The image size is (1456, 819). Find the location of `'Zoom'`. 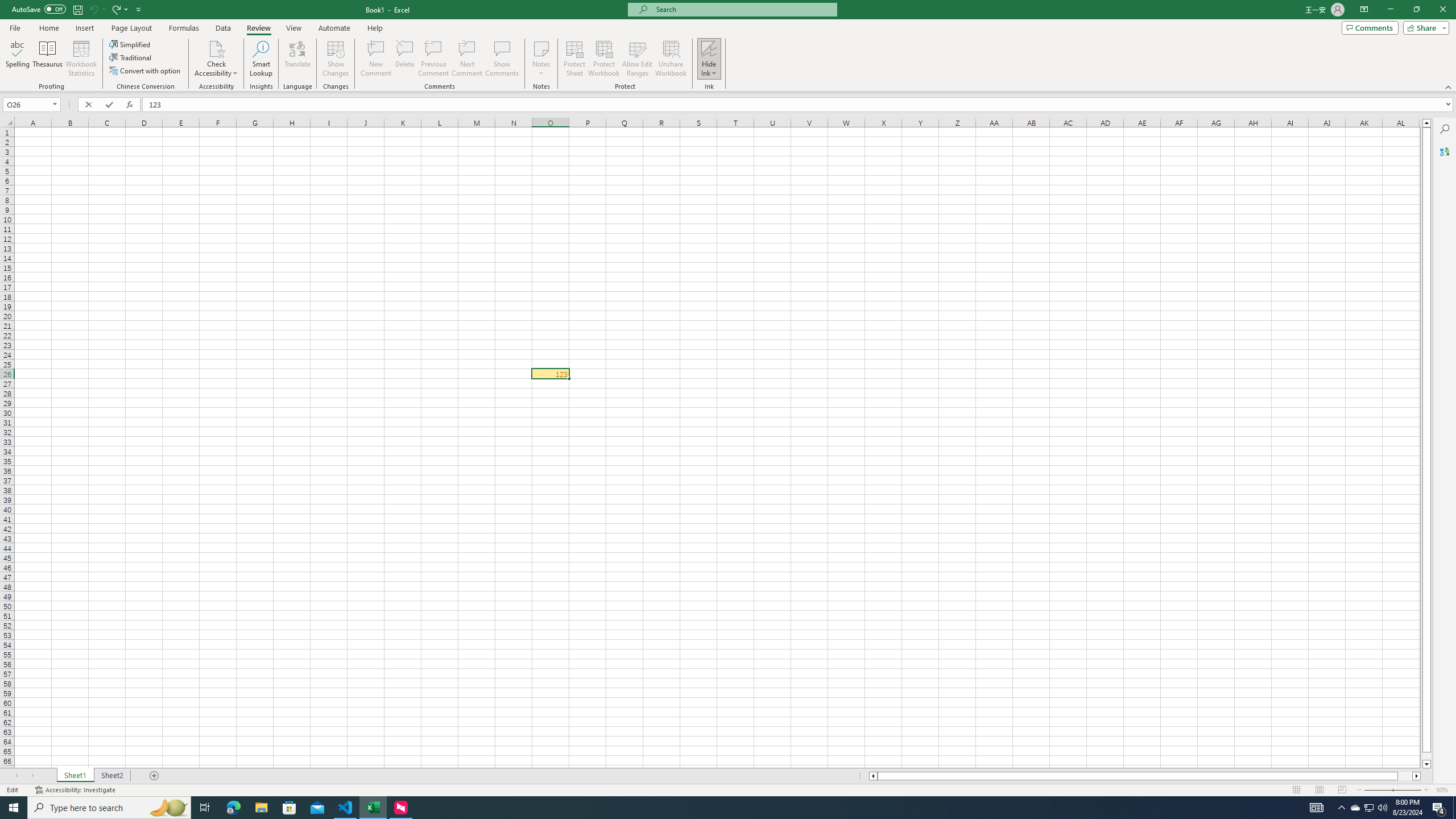

'Zoom' is located at coordinates (1392, 790).